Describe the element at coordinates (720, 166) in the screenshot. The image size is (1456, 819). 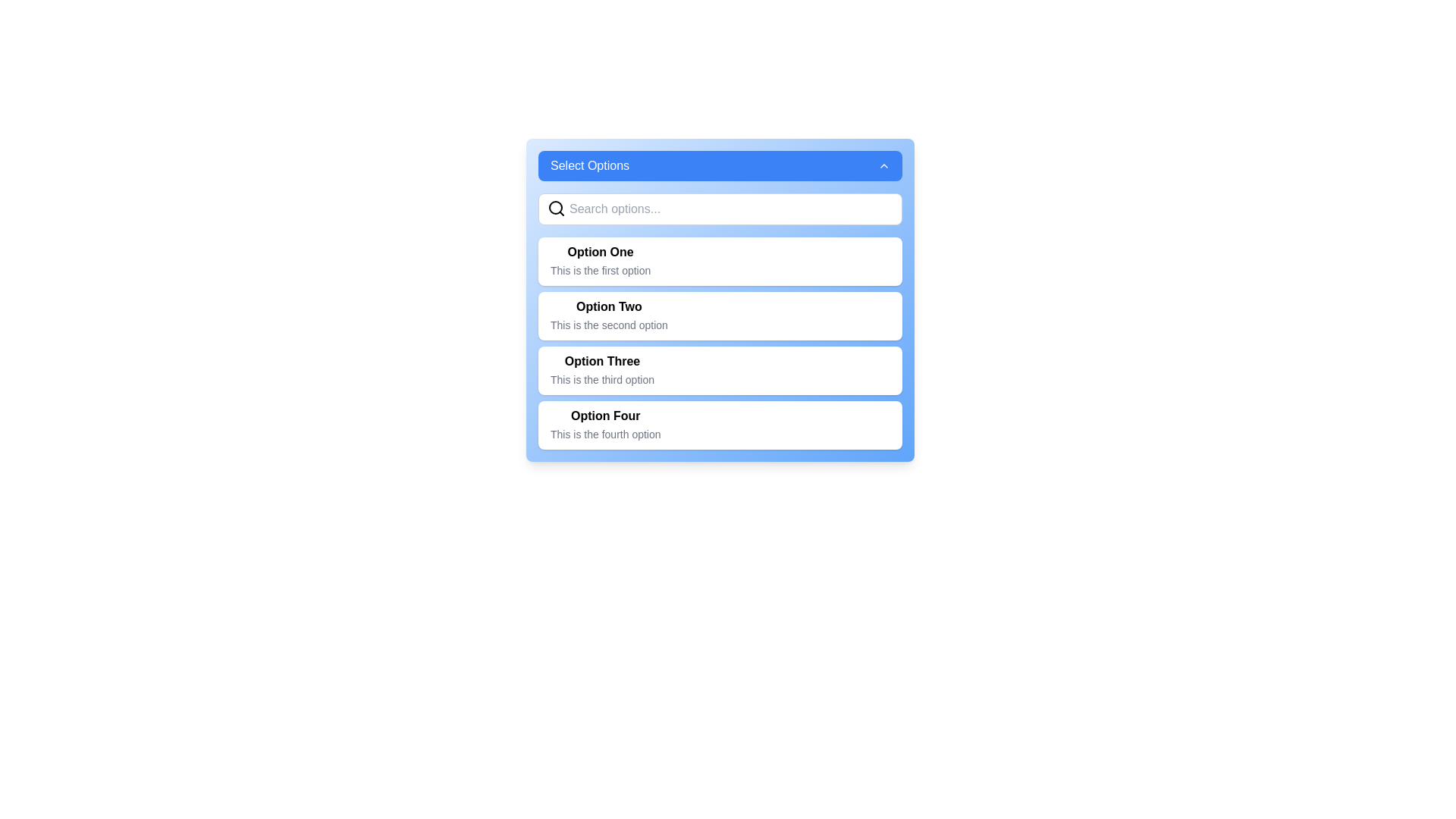
I see `the blue rectangular Dropdown trigger button labeled 'Select Options'` at that location.